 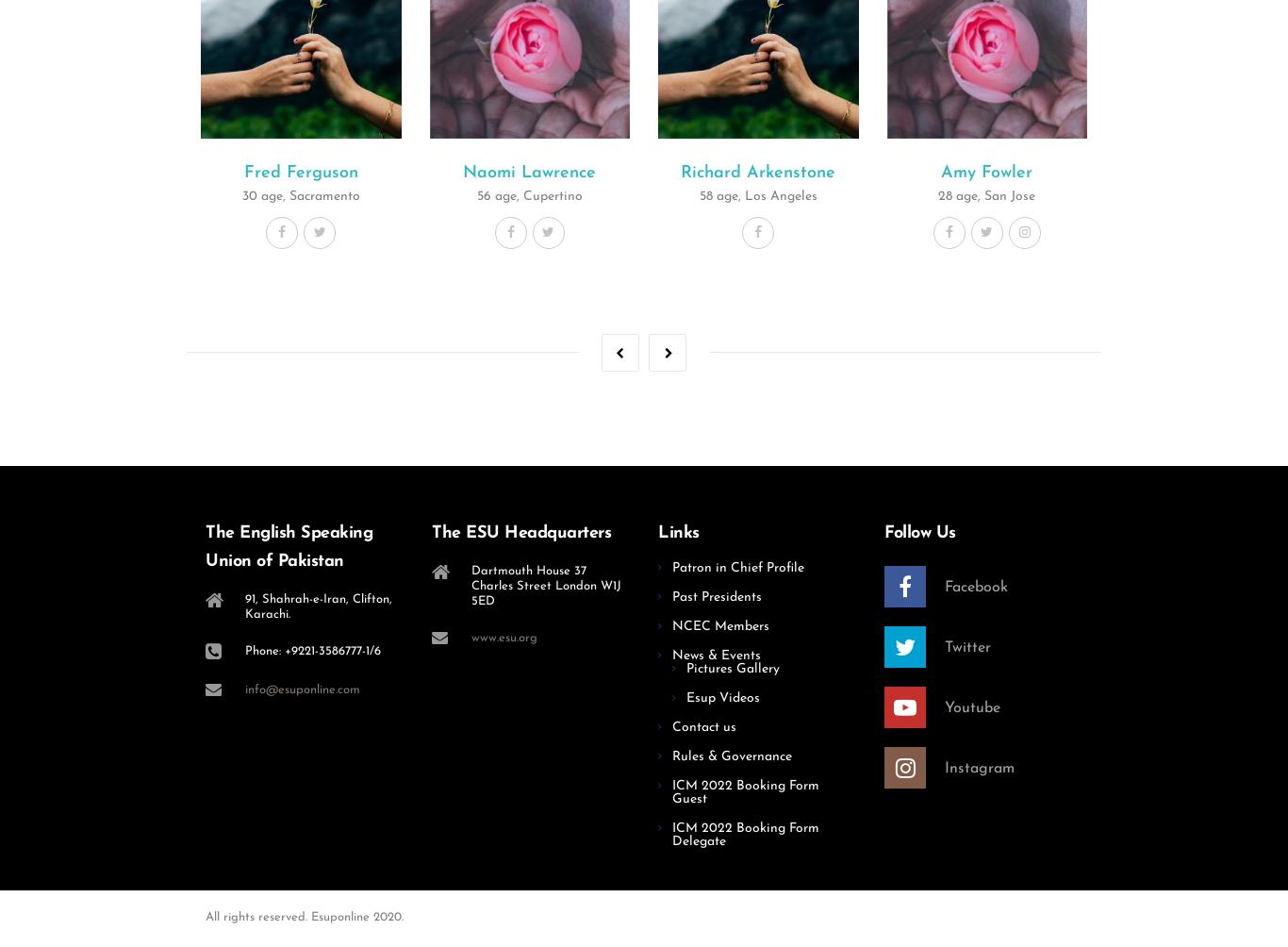 What do you see at coordinates (723, 696) in the screenshot?
I see `'Esup Videos'` at bounding box center [723, 696].